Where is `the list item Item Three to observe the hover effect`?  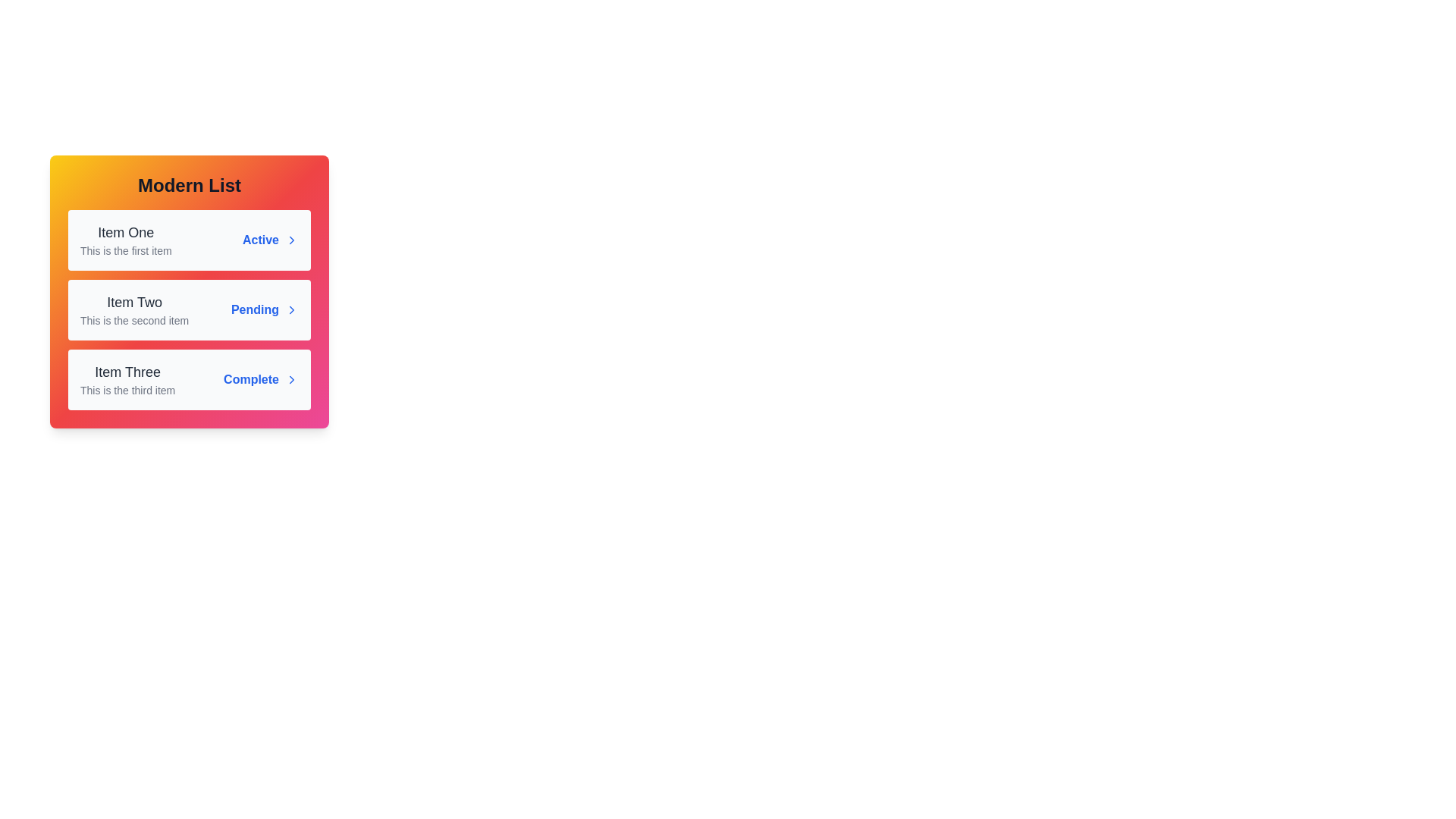 the list item Item Three to observe the hover effect is located at coordinates (188, 379).